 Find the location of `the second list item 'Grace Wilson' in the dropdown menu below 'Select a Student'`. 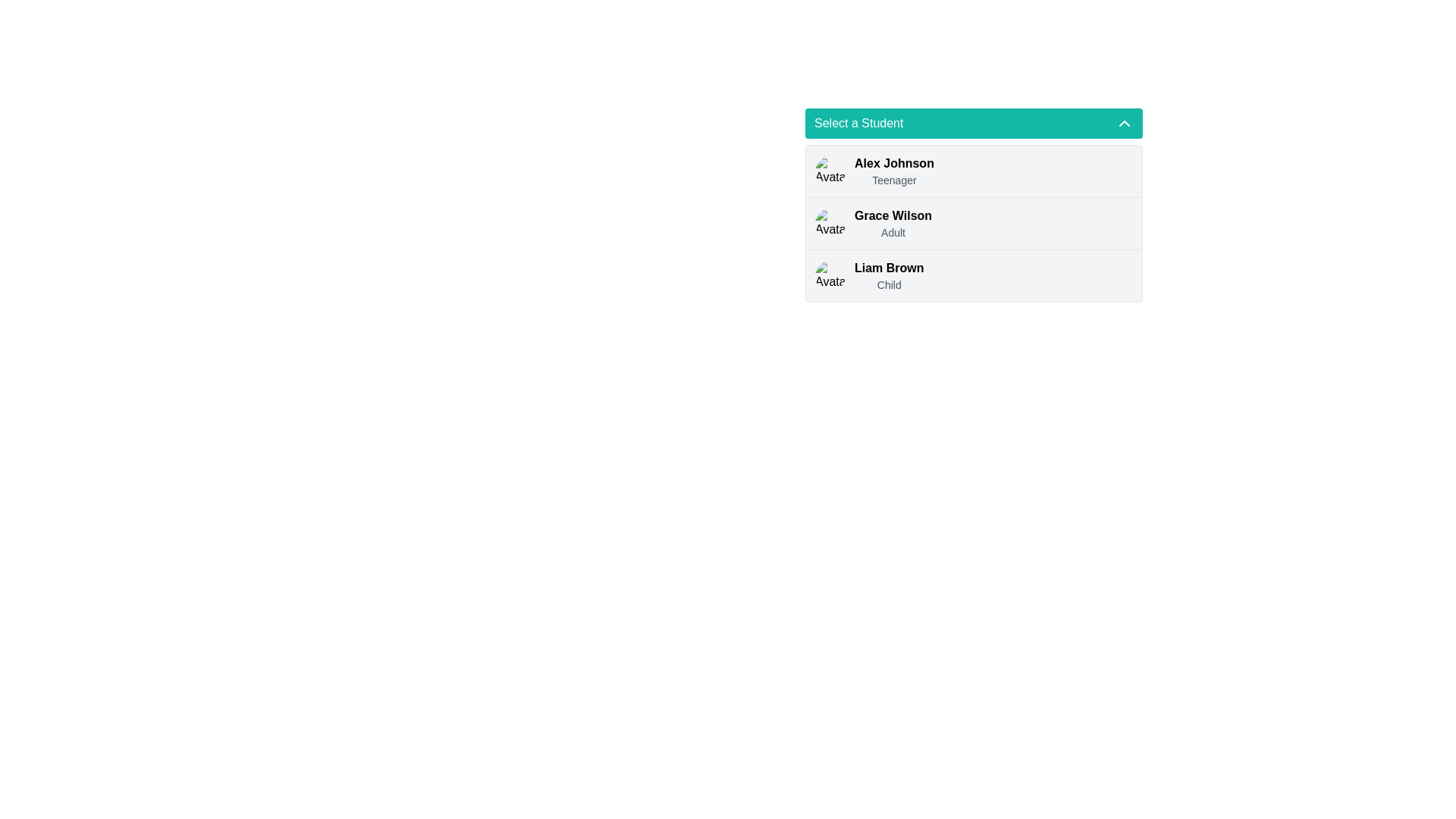

the second list item 'Grace Wilson' in the dropdown menu below 'Select a Student' is located at coordinates (974, 205).